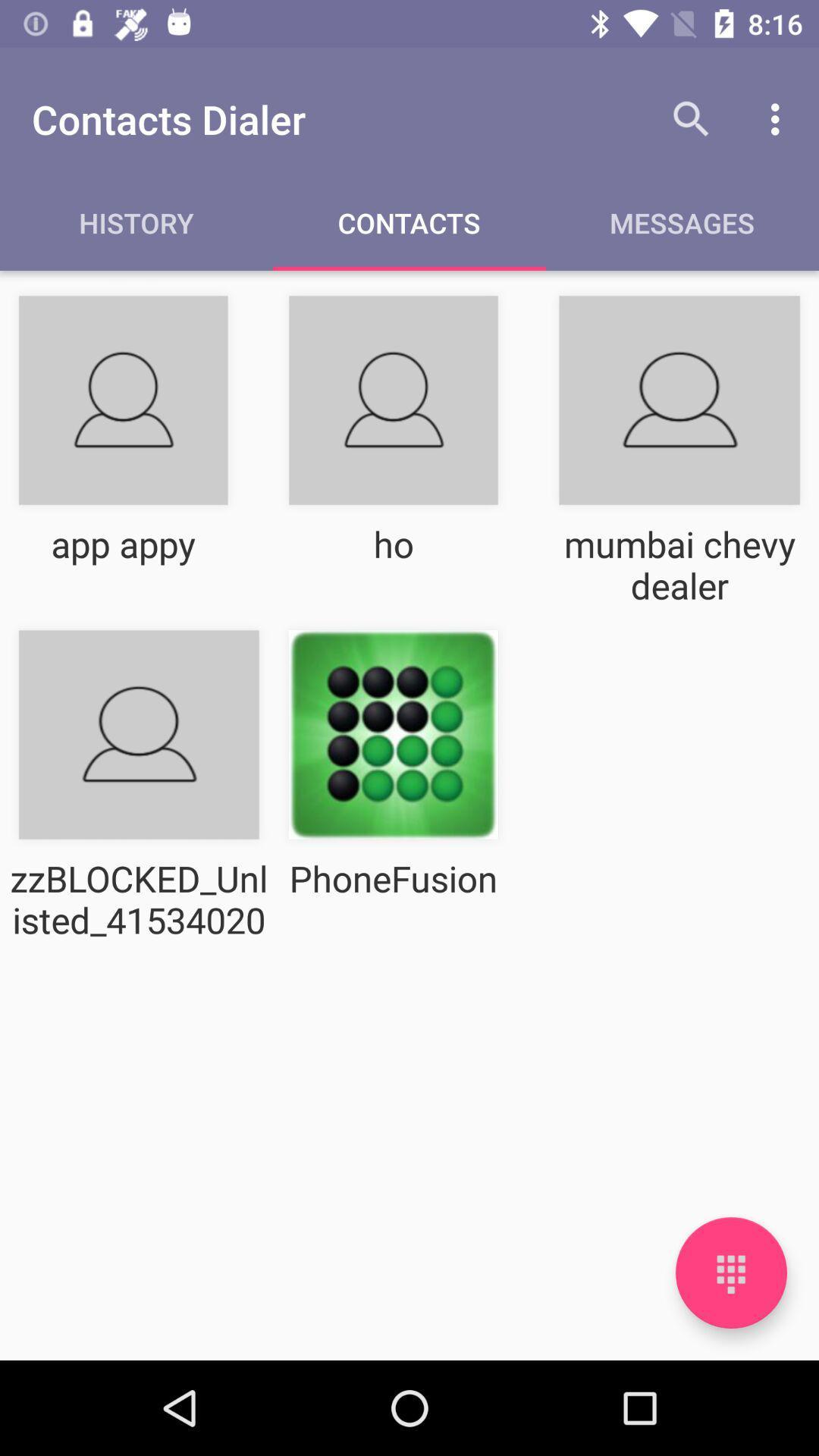 Image resolution: width=819 pixels, height=1456 pixels. Describe the element at coordinates (730, 1272) in the screenshot. I see `icon below the mumbai chevy dealer icon` at that location.